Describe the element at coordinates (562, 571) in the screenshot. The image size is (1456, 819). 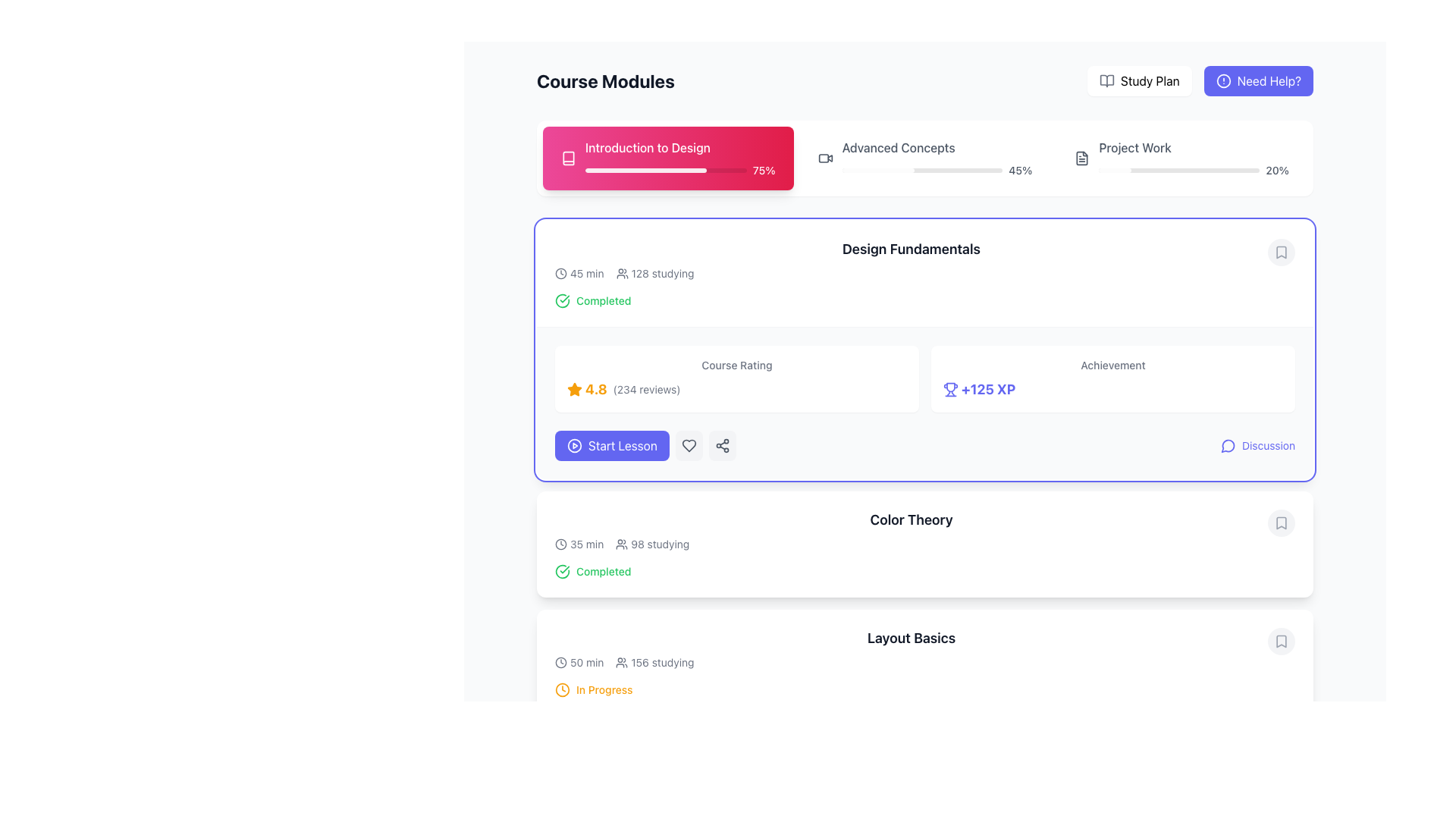
I see `the status indicator icon for the 'Color Theory' module, which signifies its completion and is located to the left of the 'Completed' label` at that location.